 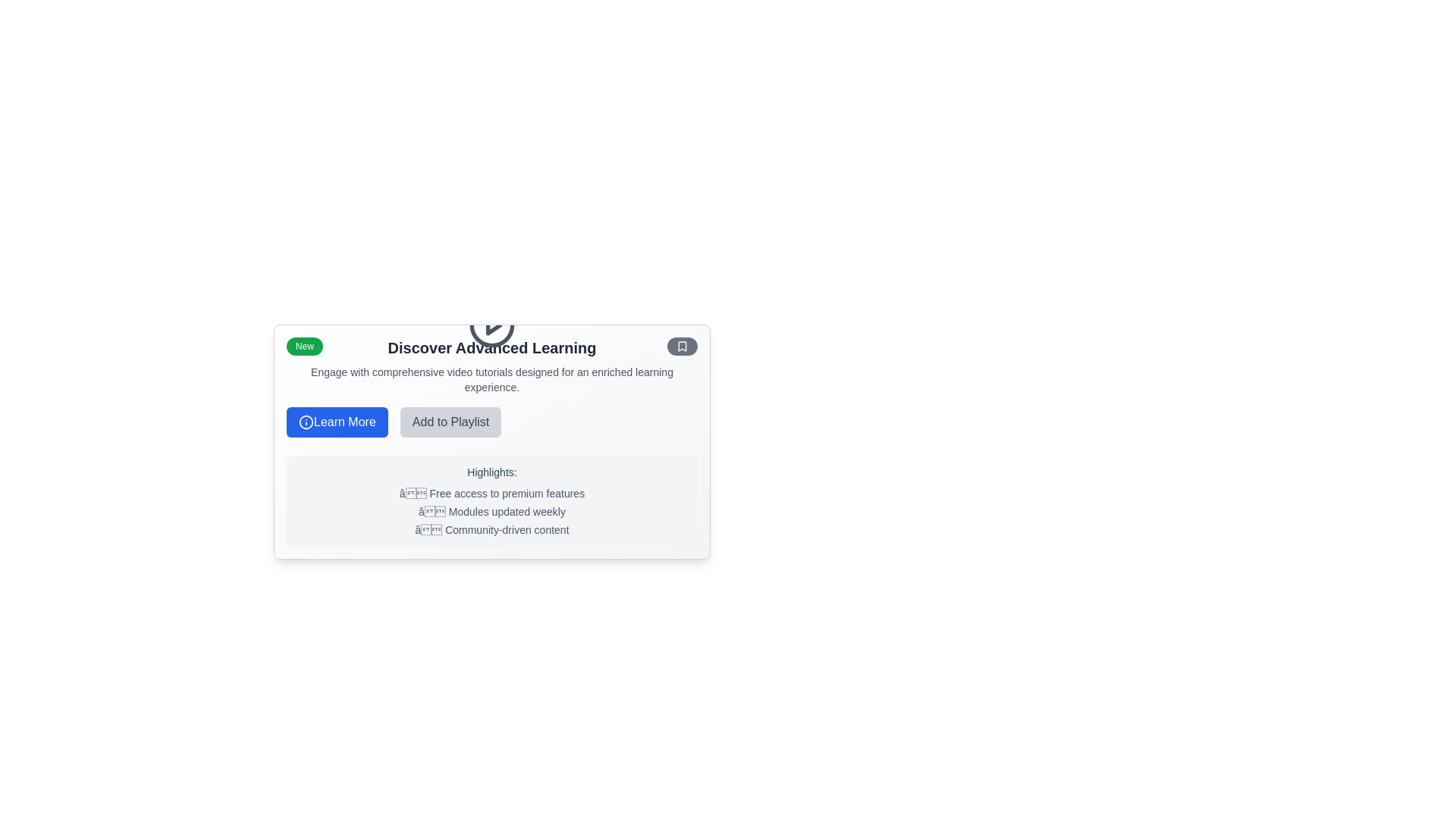 I want to click on the circular play button icon that is centered above the 'Discover Advanced Learning' section to trigger the hover effect, so click(x=491, y=324).